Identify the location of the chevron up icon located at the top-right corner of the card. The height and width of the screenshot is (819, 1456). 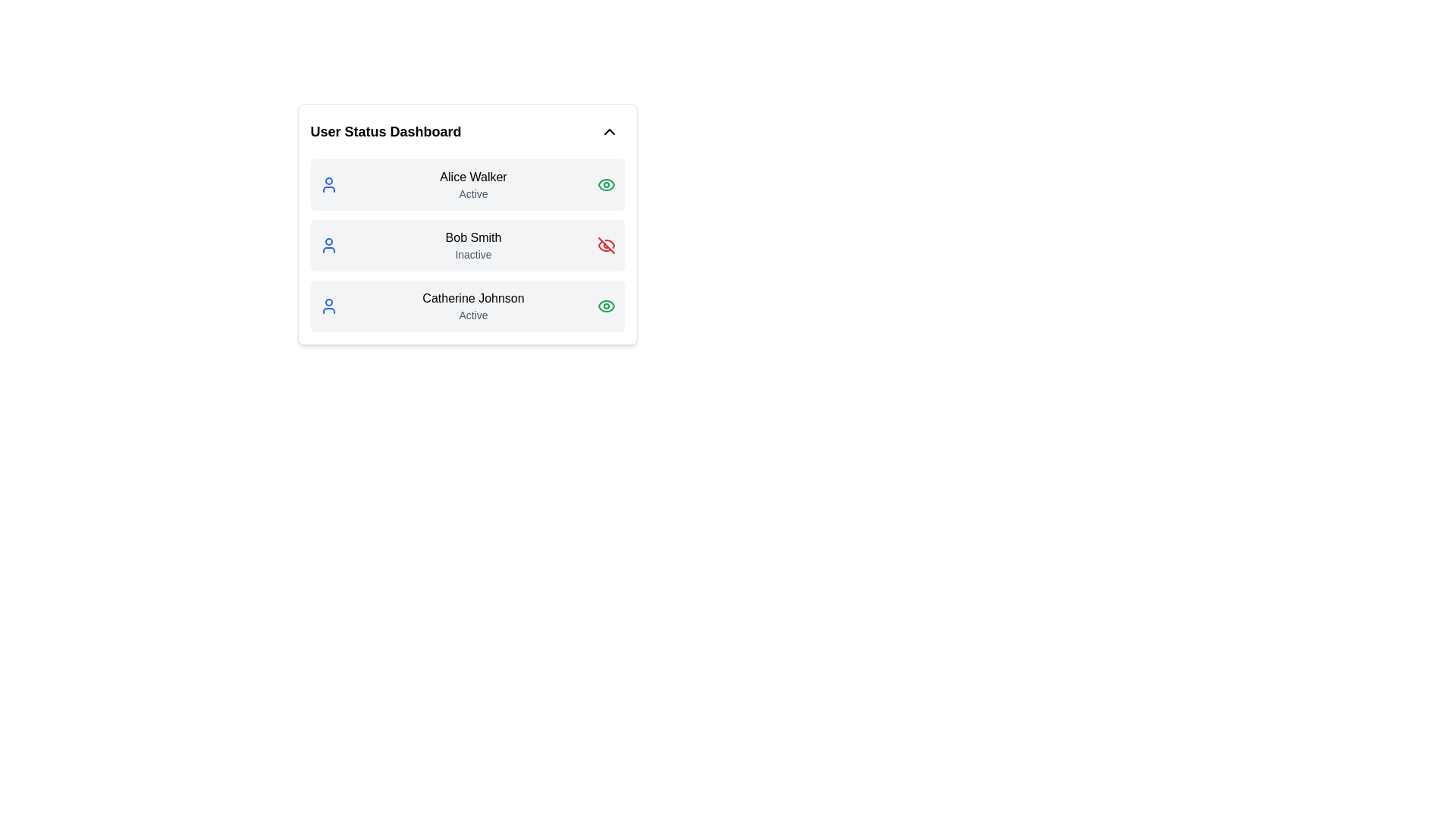
(609, 130).